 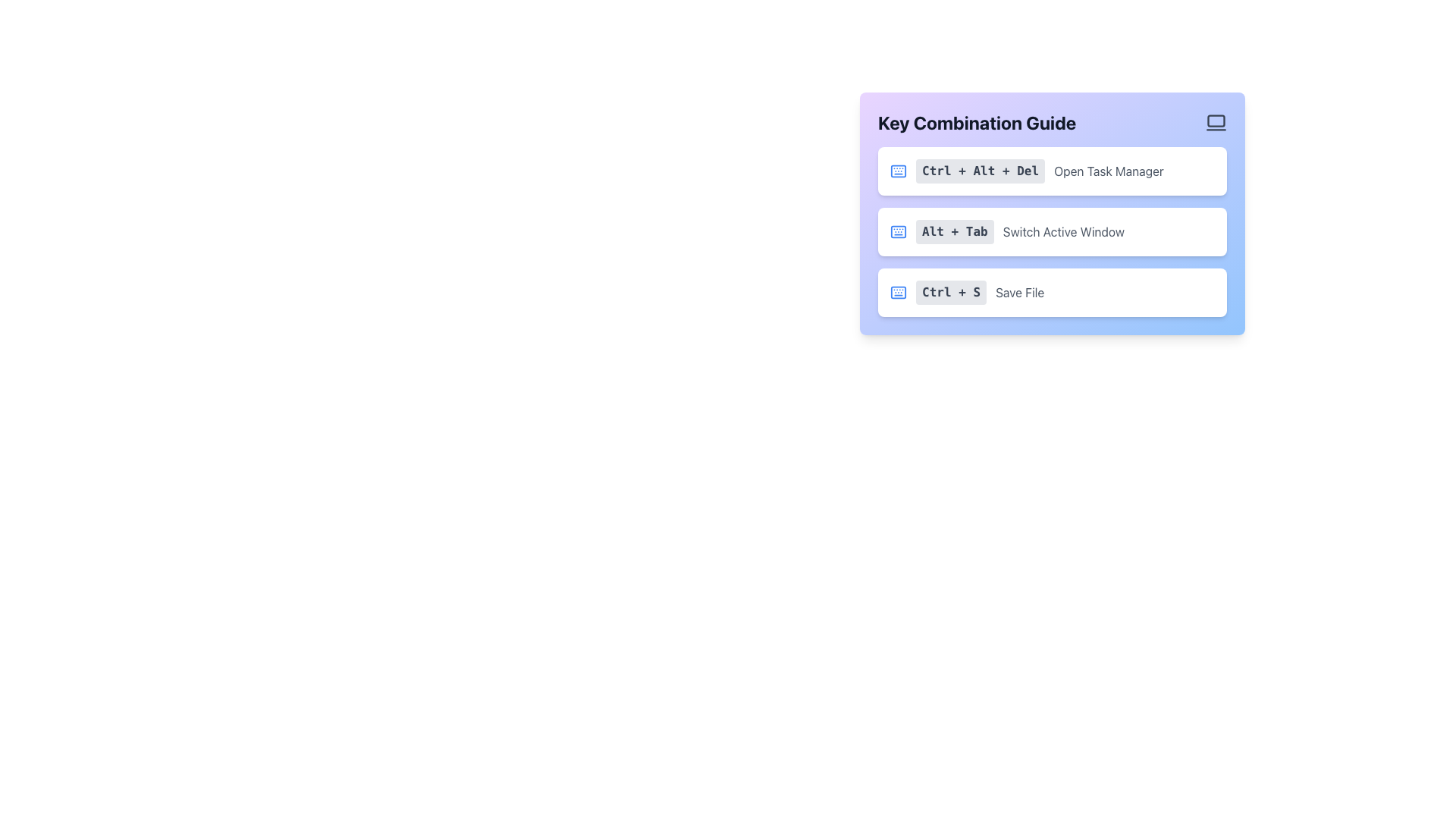 I want to click on the static text label that represents the keyboard shortcut 'Alt + Tab', which is centrally aligned and located between 'Ctrl + Alt + Del' and 'Ctrl + S', so click(x=954, y=231).